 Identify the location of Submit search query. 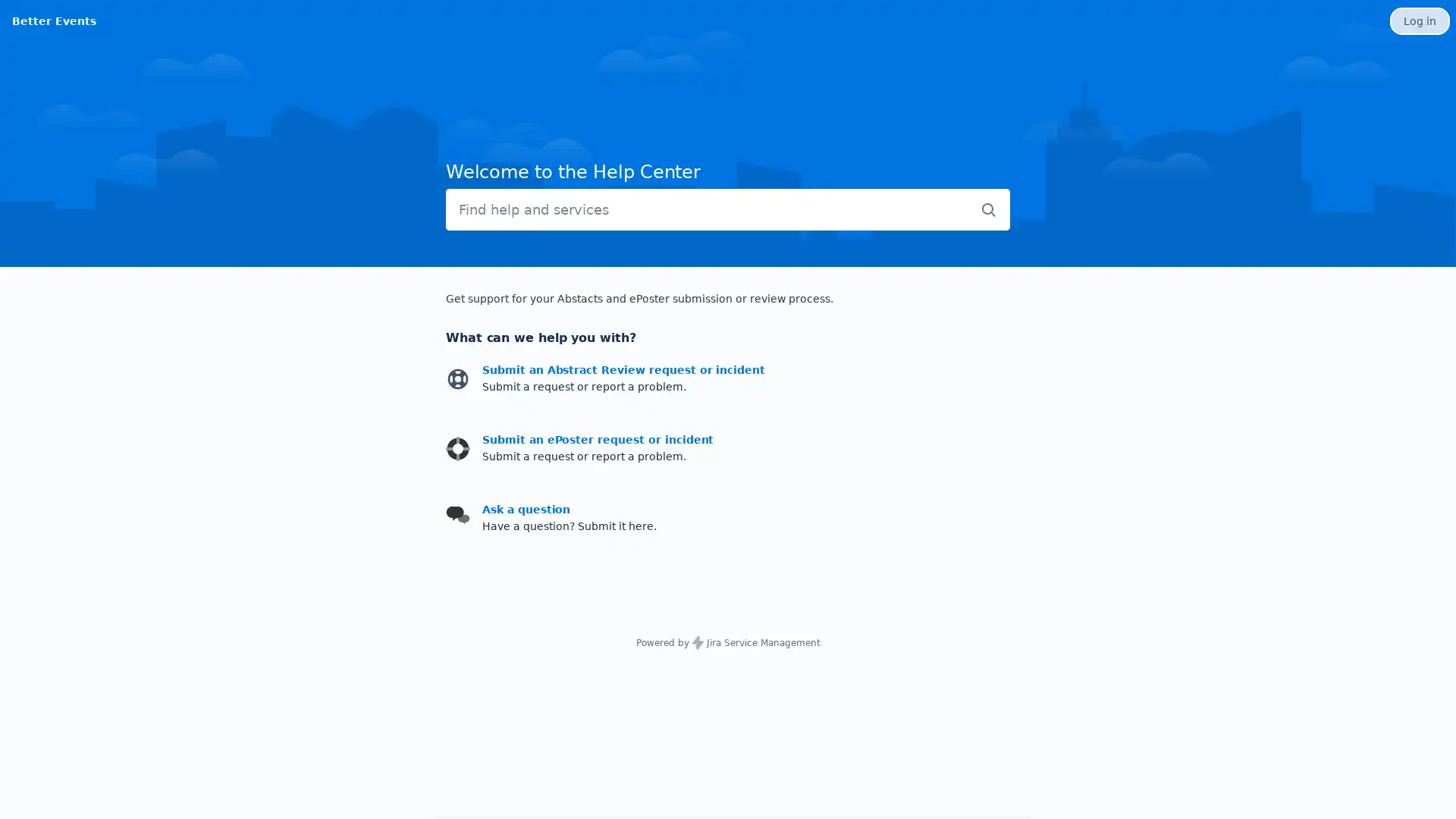
(989, 209).